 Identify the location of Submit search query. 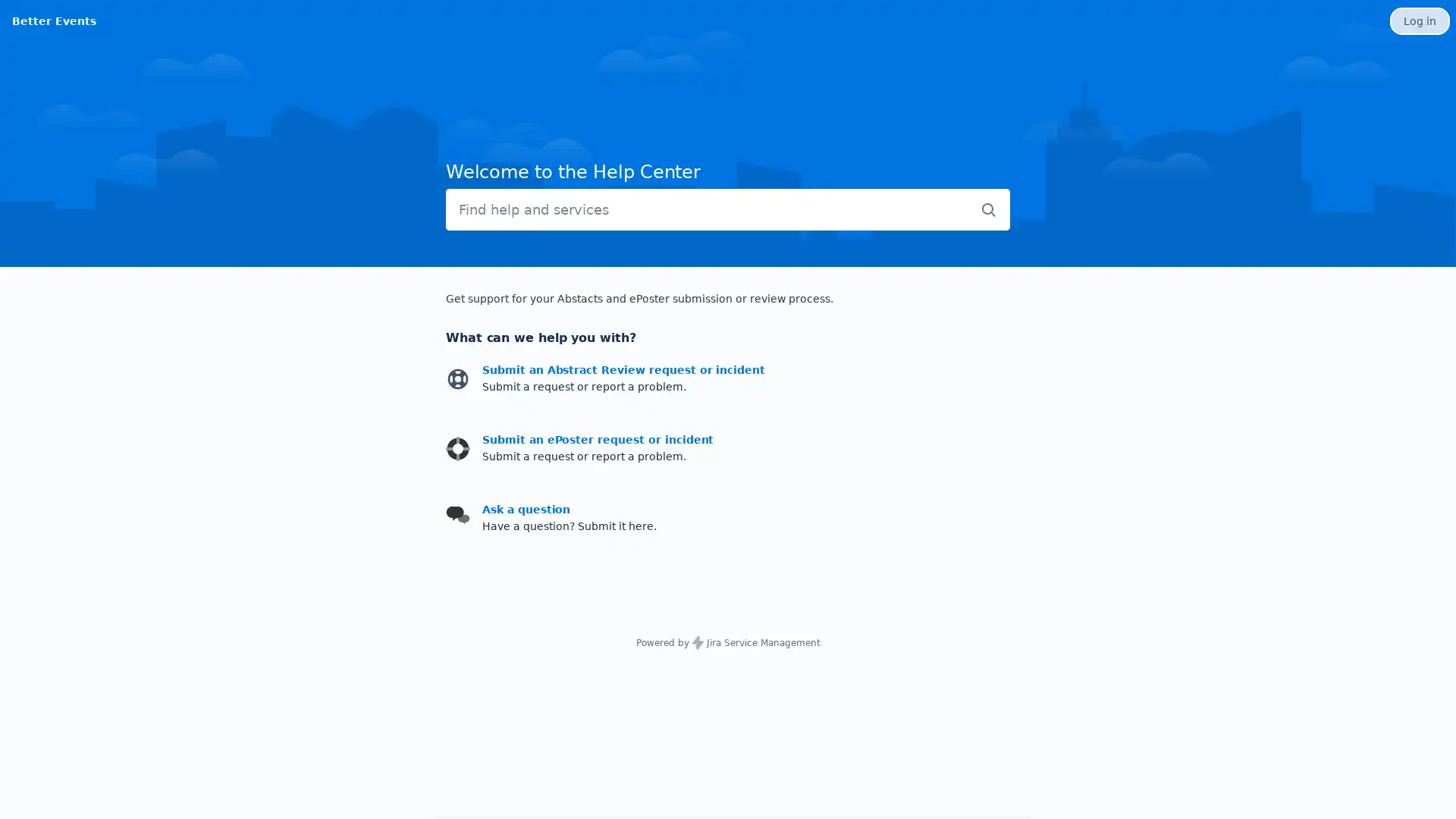
(989, 209).